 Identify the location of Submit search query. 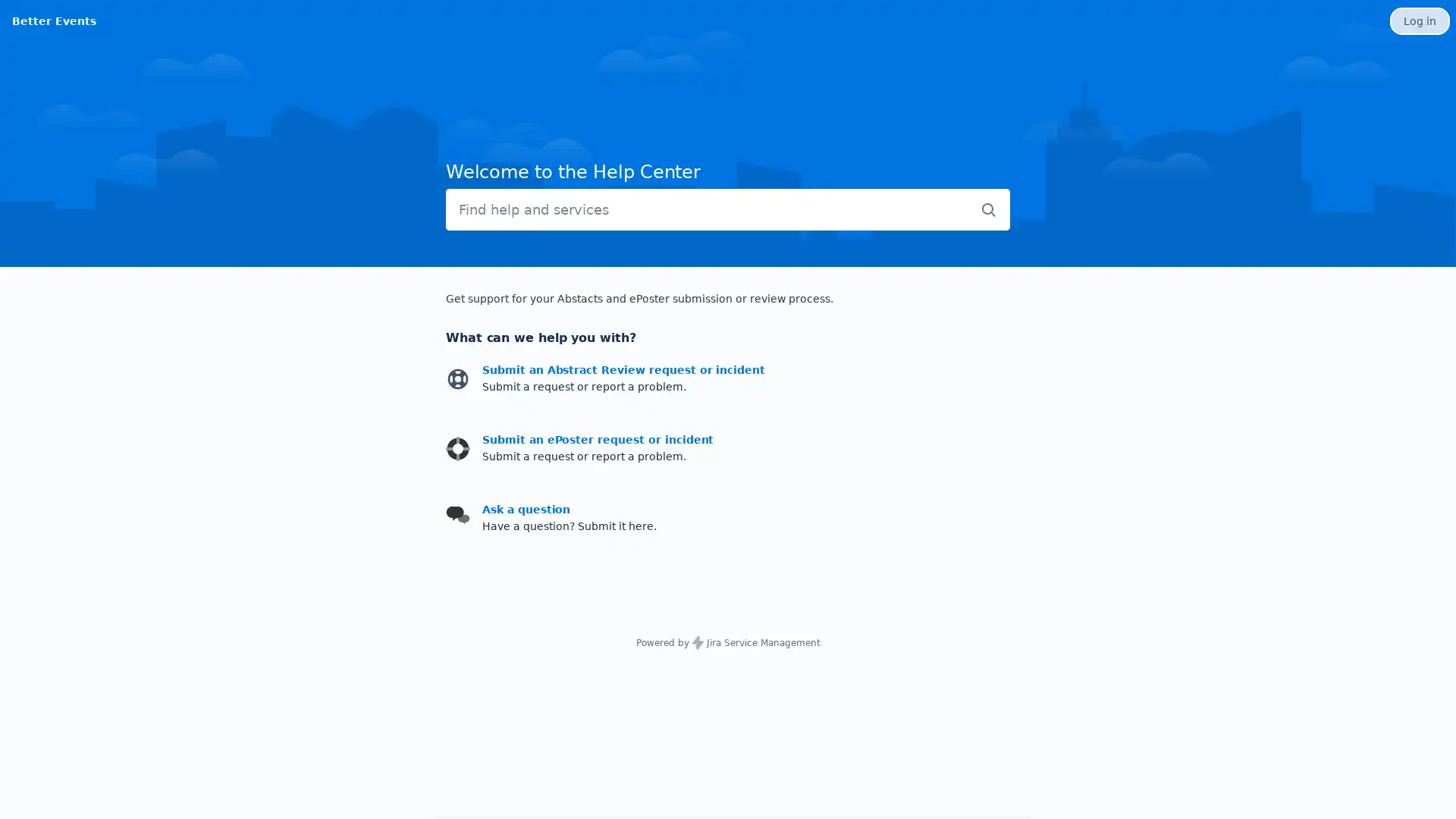
(989, 209).